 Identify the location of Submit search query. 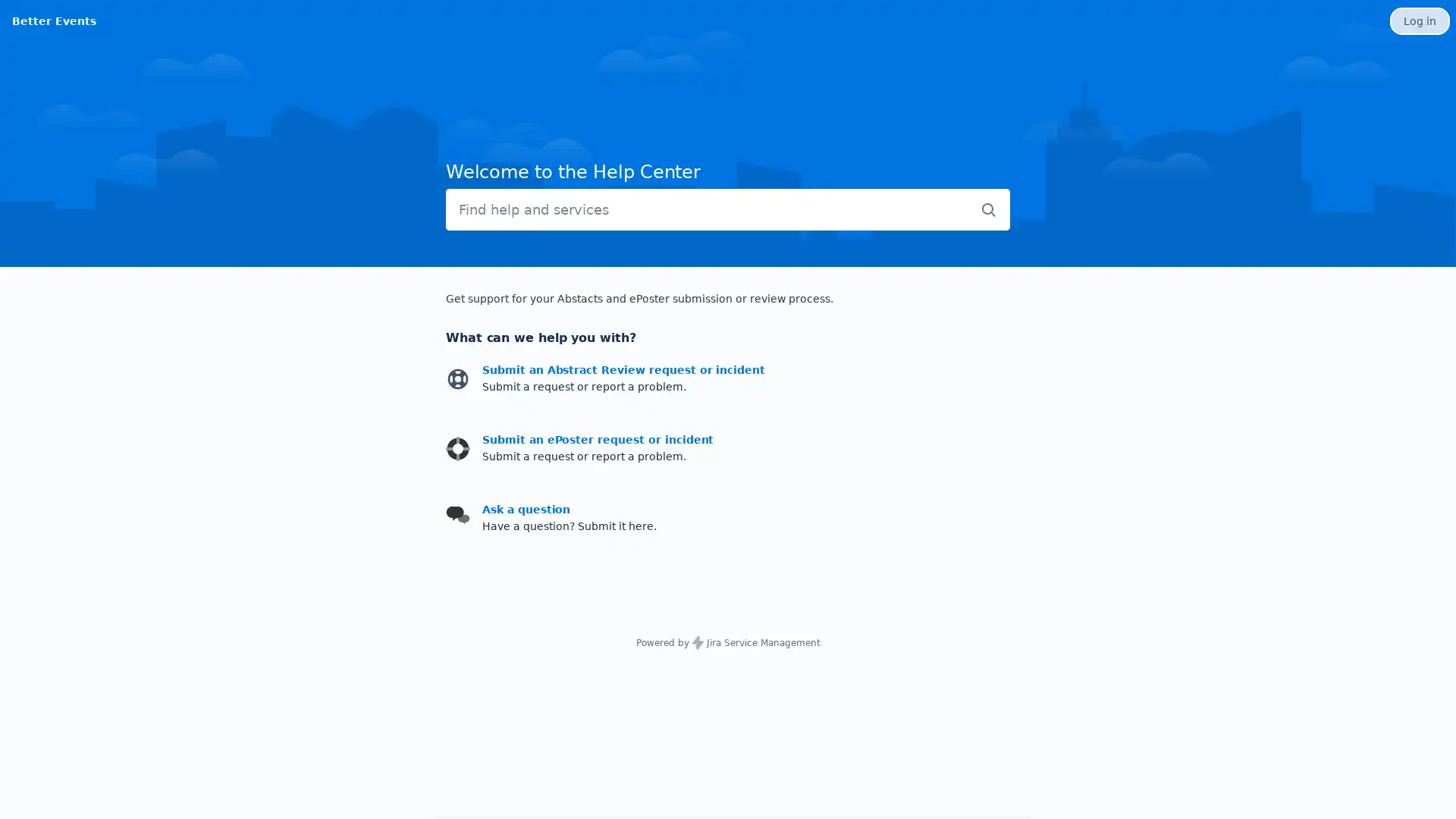
(989, 209).